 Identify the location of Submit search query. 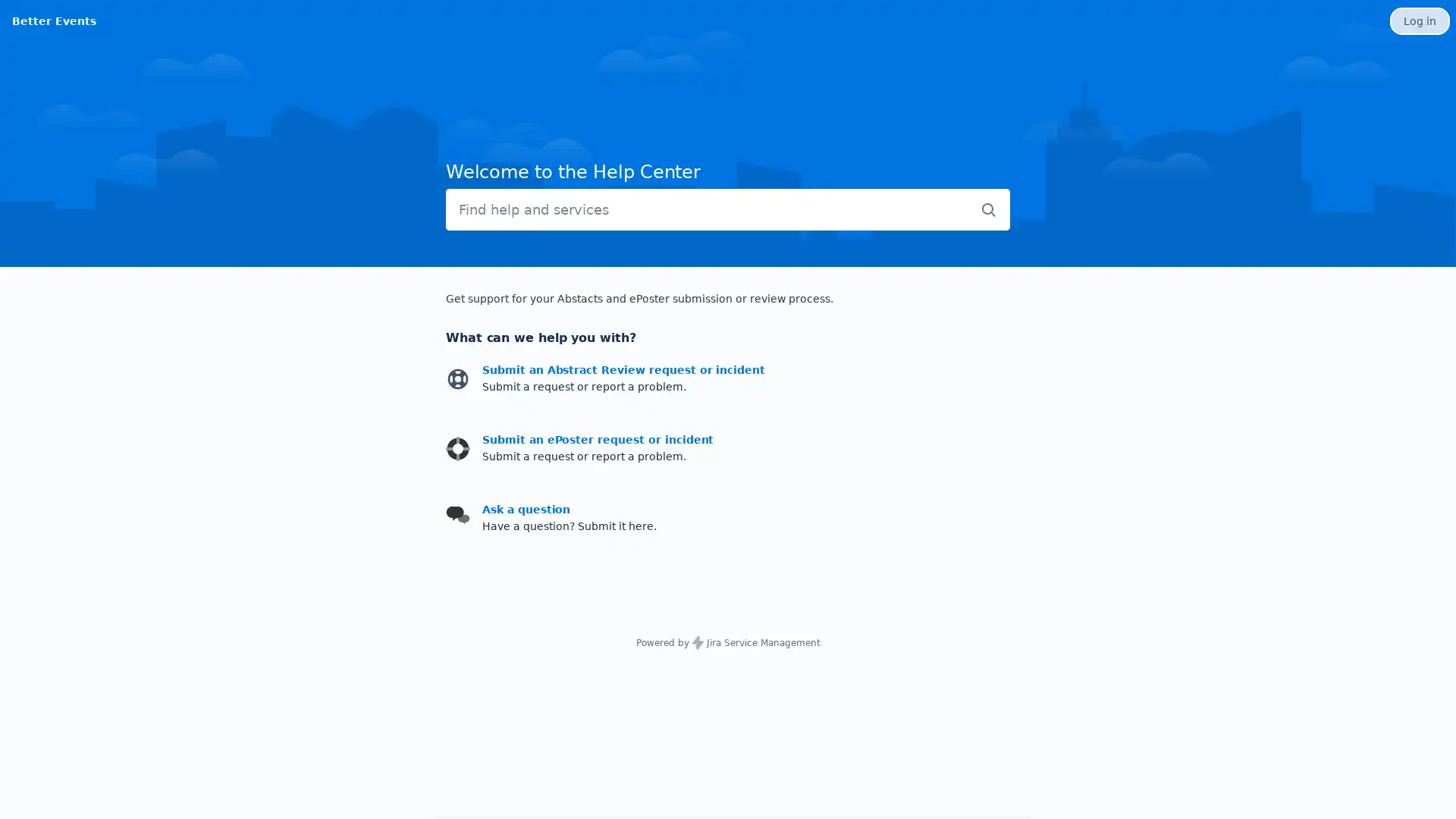
(989, 209).